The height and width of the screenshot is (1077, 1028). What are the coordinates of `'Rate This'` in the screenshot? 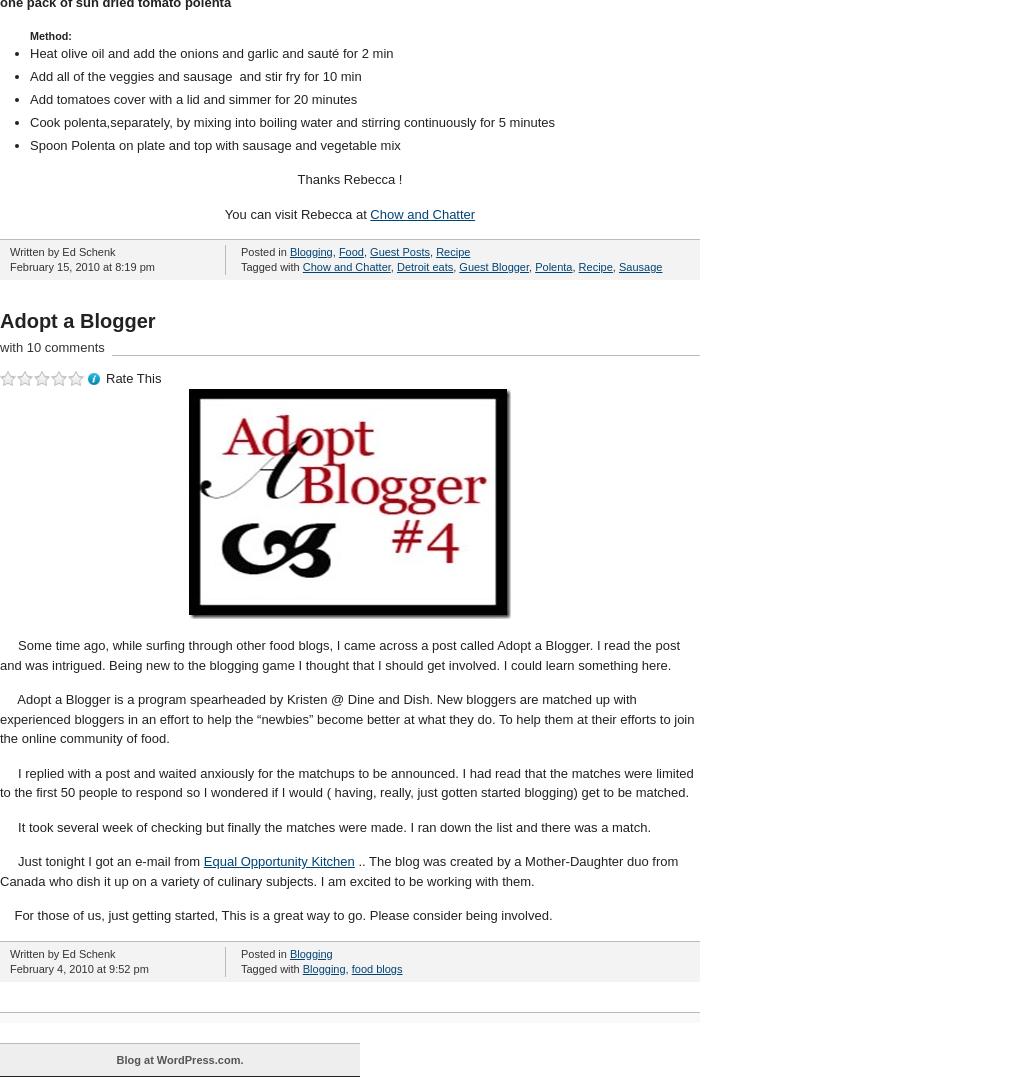 It's located at (133, 378).